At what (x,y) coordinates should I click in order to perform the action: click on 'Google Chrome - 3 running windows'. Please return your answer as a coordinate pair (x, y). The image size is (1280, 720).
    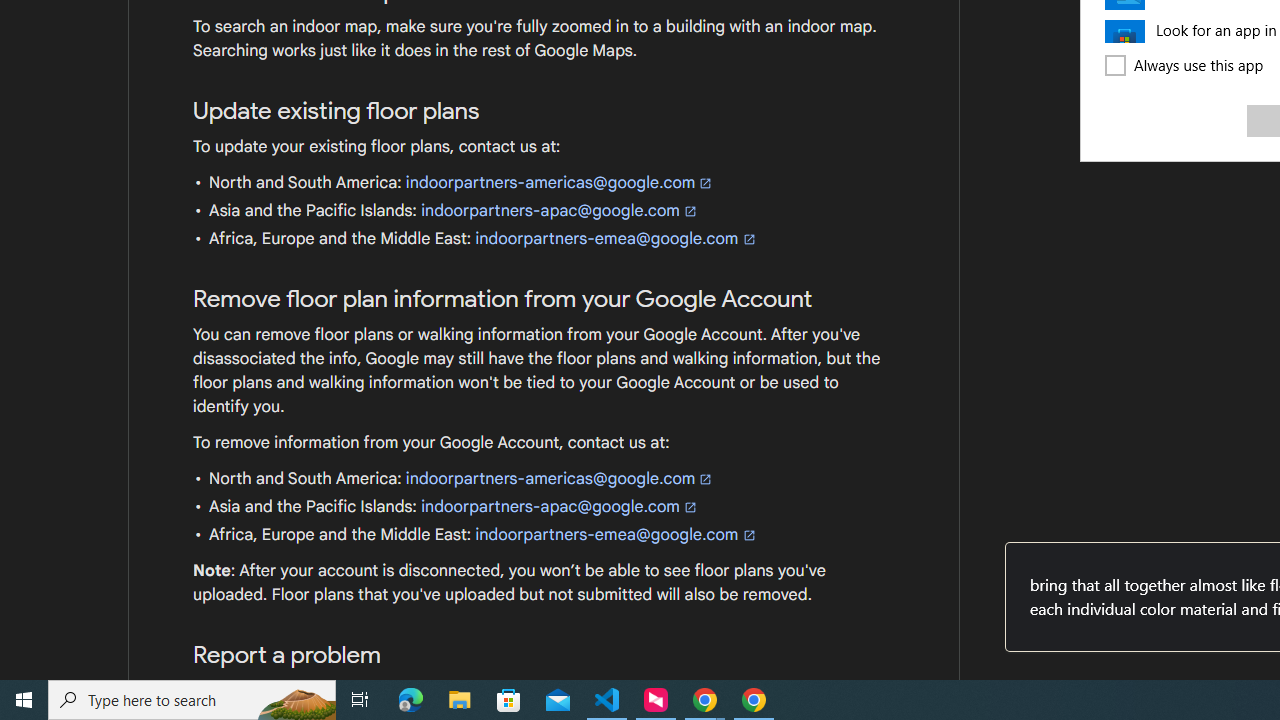
    Looking at the image, I should click on (705, 698).